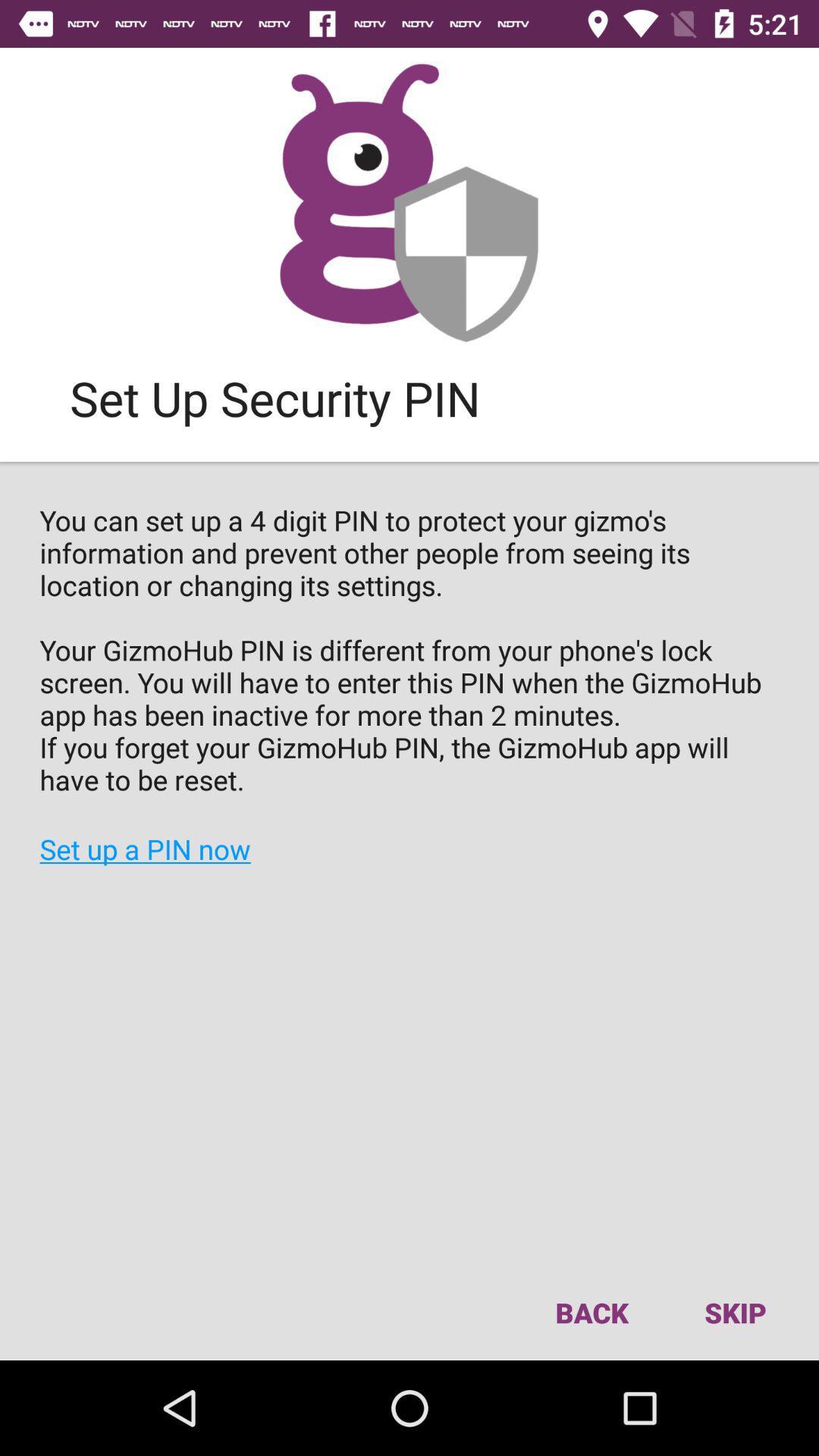  What do you see at coordinates (734, 1312) in the screenshot?
I see `icon next to the back` at bounding box center [734, 1312].